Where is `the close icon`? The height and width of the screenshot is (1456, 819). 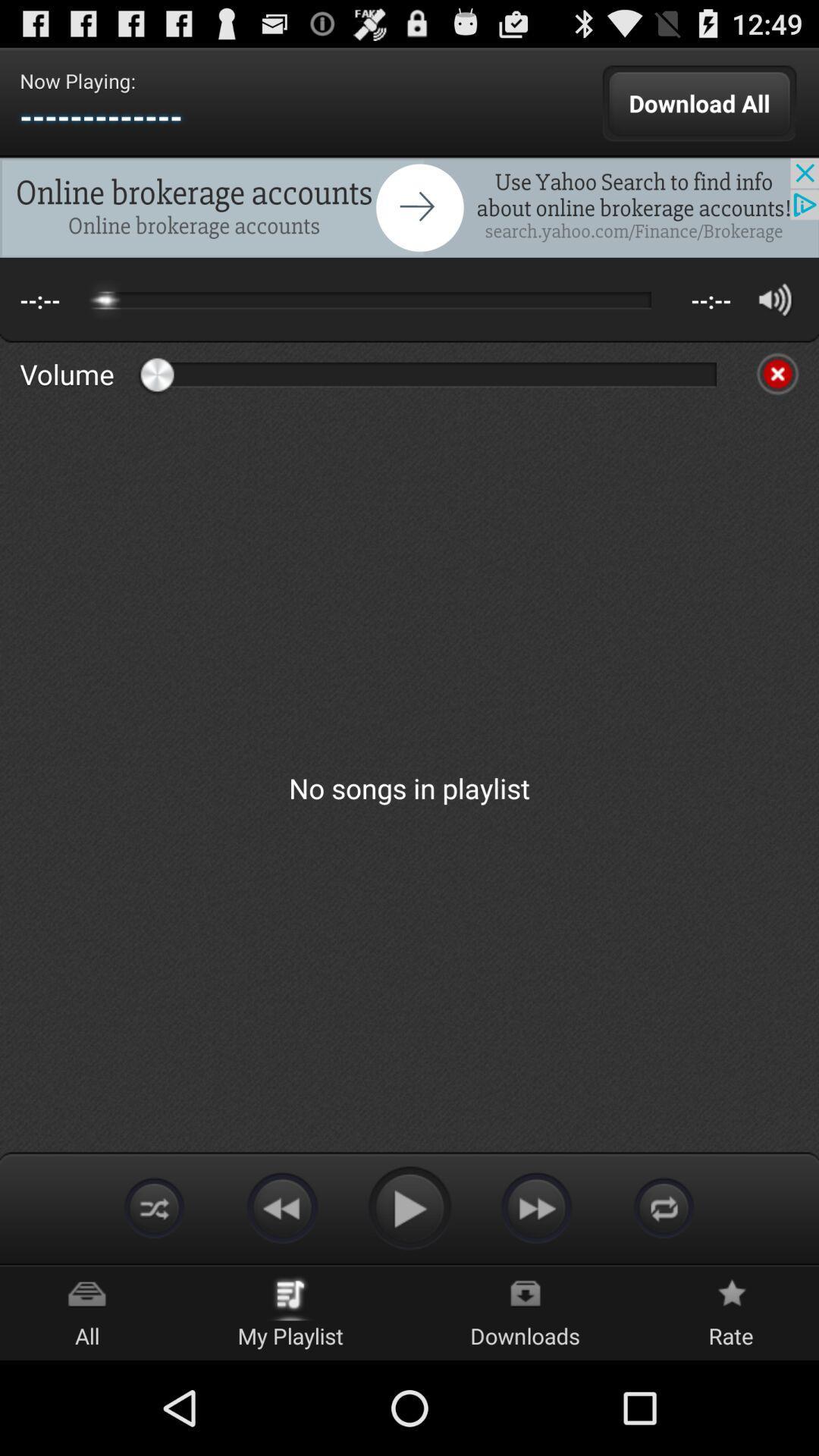
the close icon is located at coordinates (777, 400).